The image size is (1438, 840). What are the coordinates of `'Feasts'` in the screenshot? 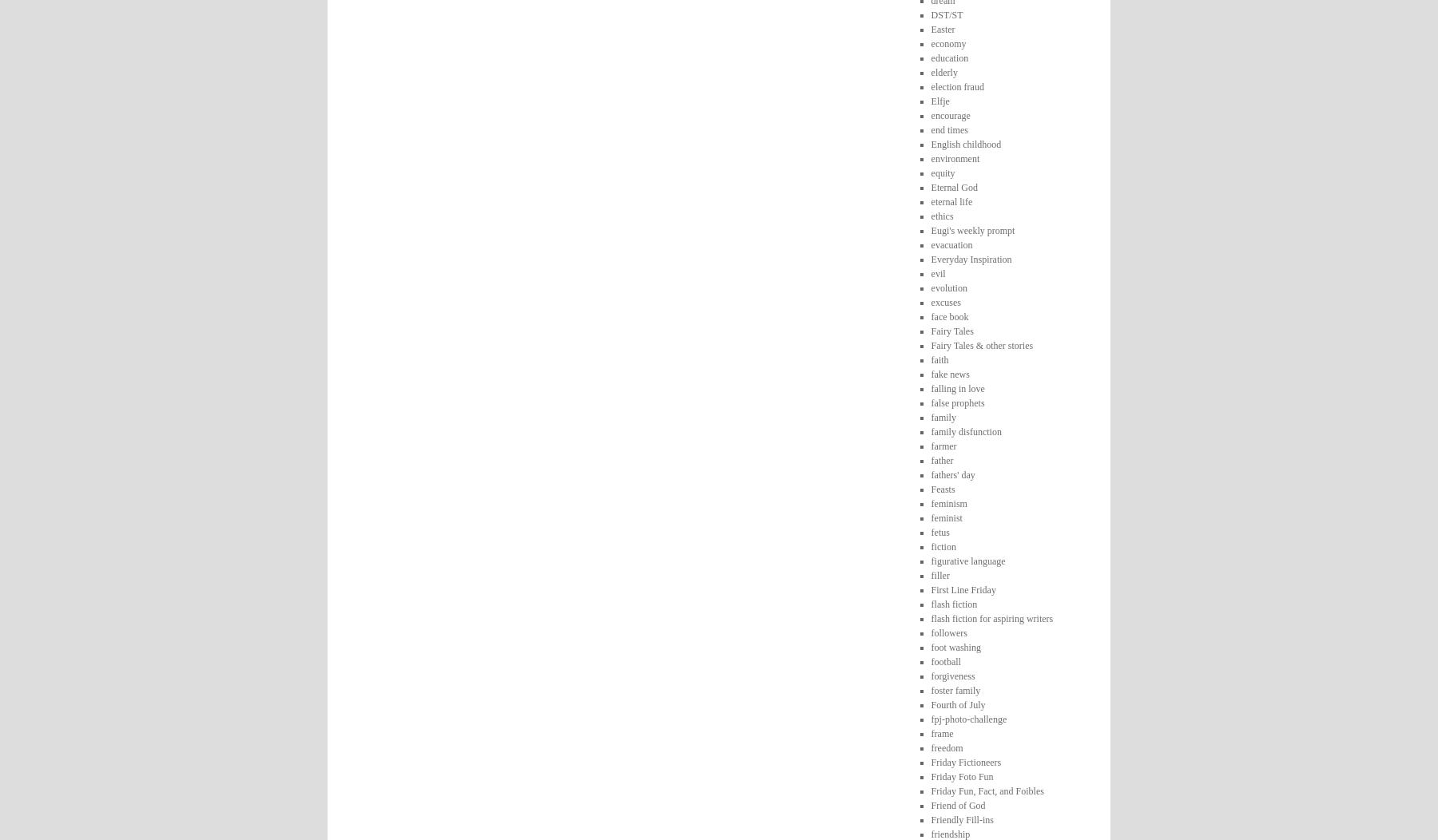 It's located at (942, 487).